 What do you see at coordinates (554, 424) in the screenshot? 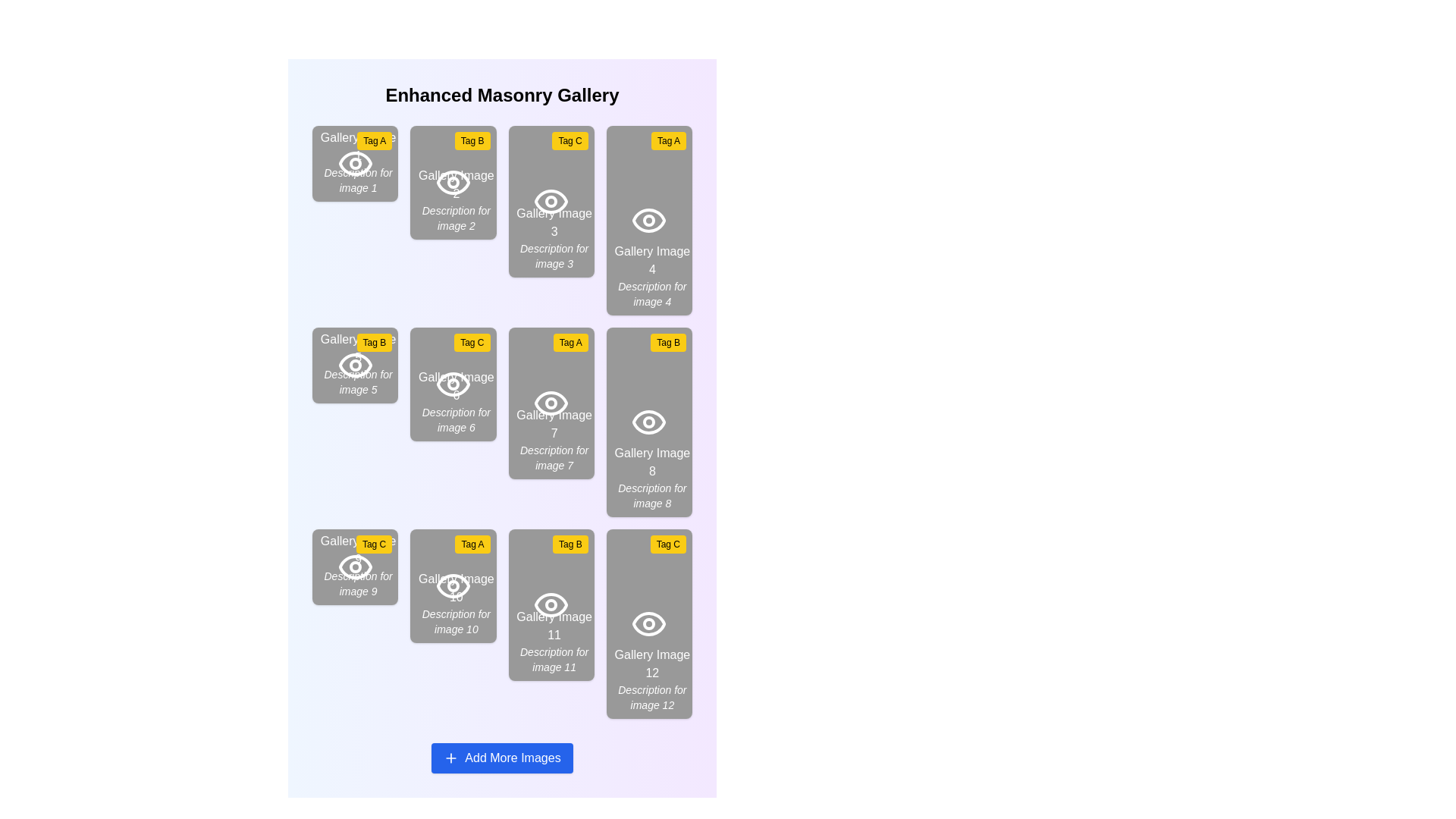
I see `the text label that reads 'Gallery Image 7' which is styled in medium font on a gray background, located in the third row, second column of the gallery grid` at bounding box center [554, 424].